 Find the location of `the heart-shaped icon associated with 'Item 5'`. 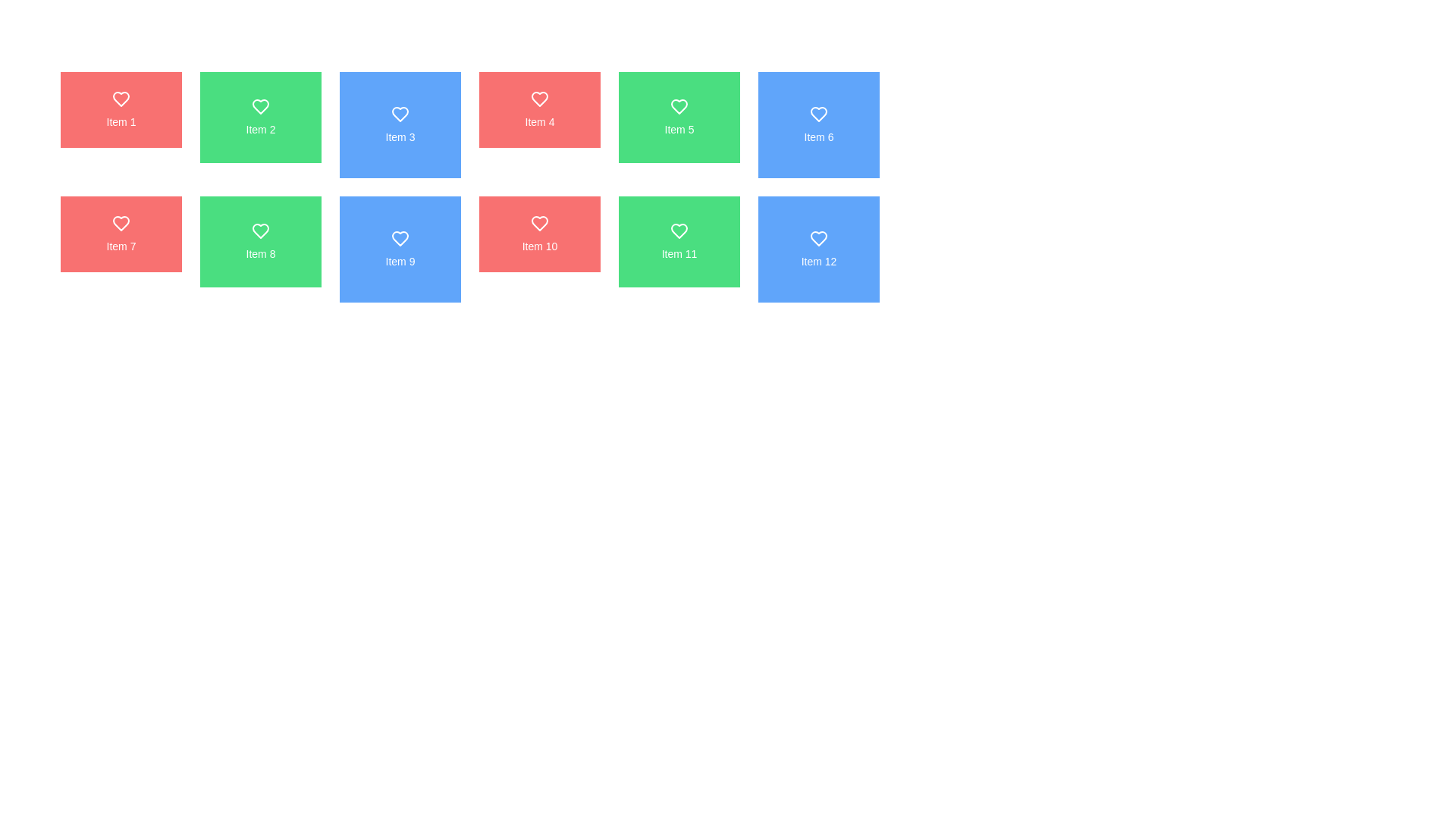

the heart-shaped icon associated with 'Item 5' is located at coordinates (679, 106).